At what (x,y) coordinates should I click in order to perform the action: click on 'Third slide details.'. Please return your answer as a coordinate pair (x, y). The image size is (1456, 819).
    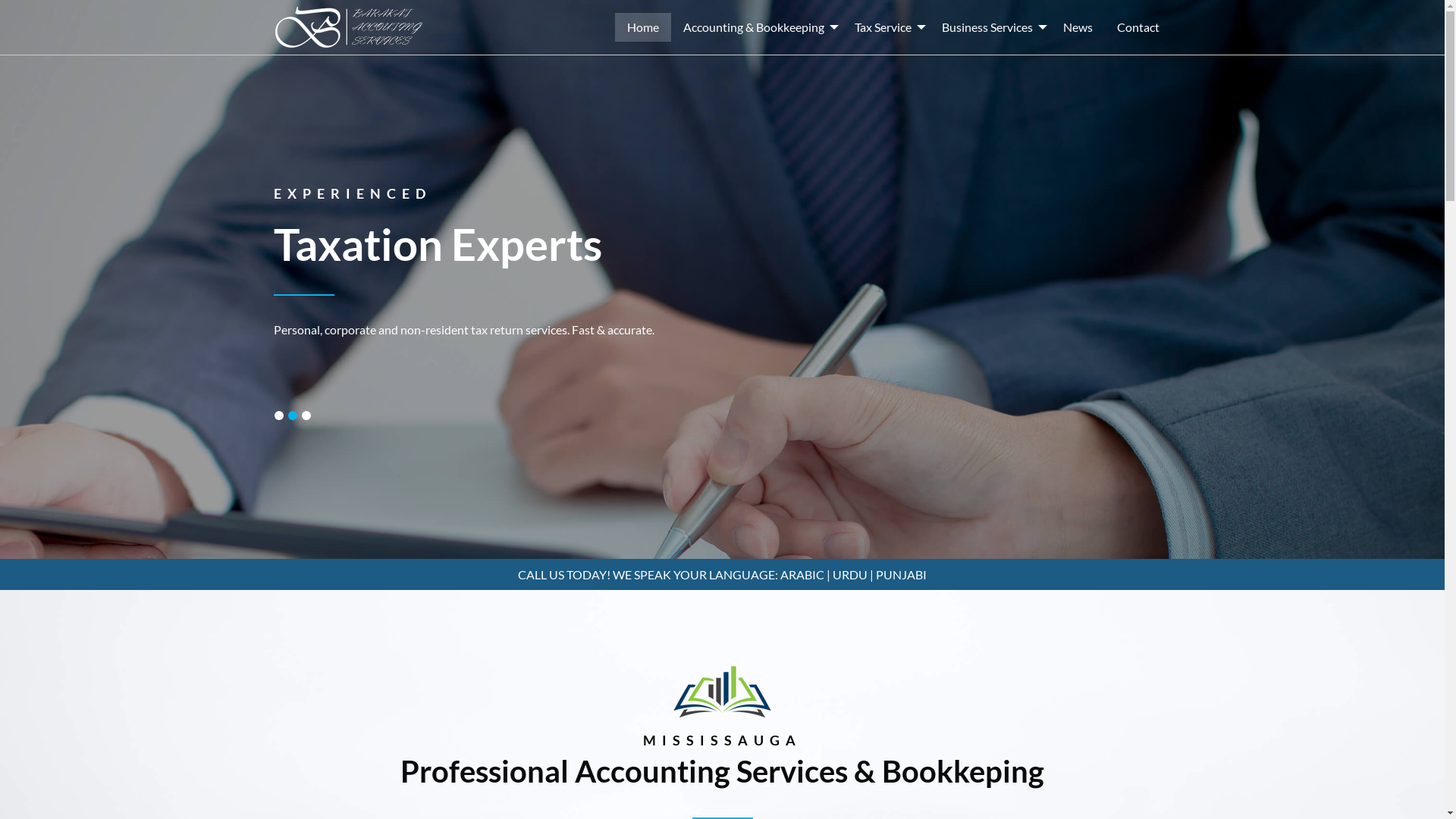
    Looking at the image, I should click on (305, 415).